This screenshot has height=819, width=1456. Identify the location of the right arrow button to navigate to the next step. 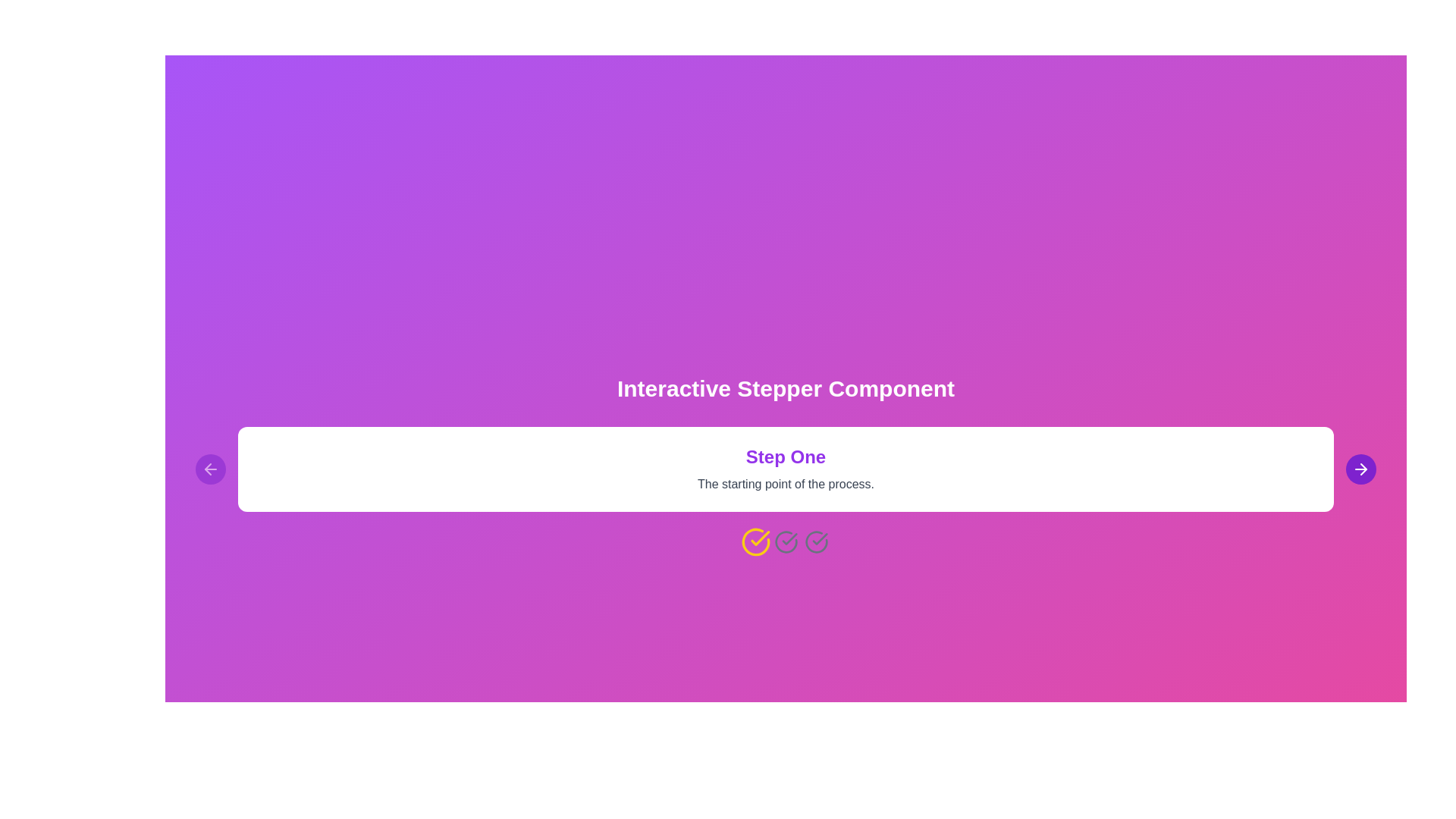
(1361, 468).